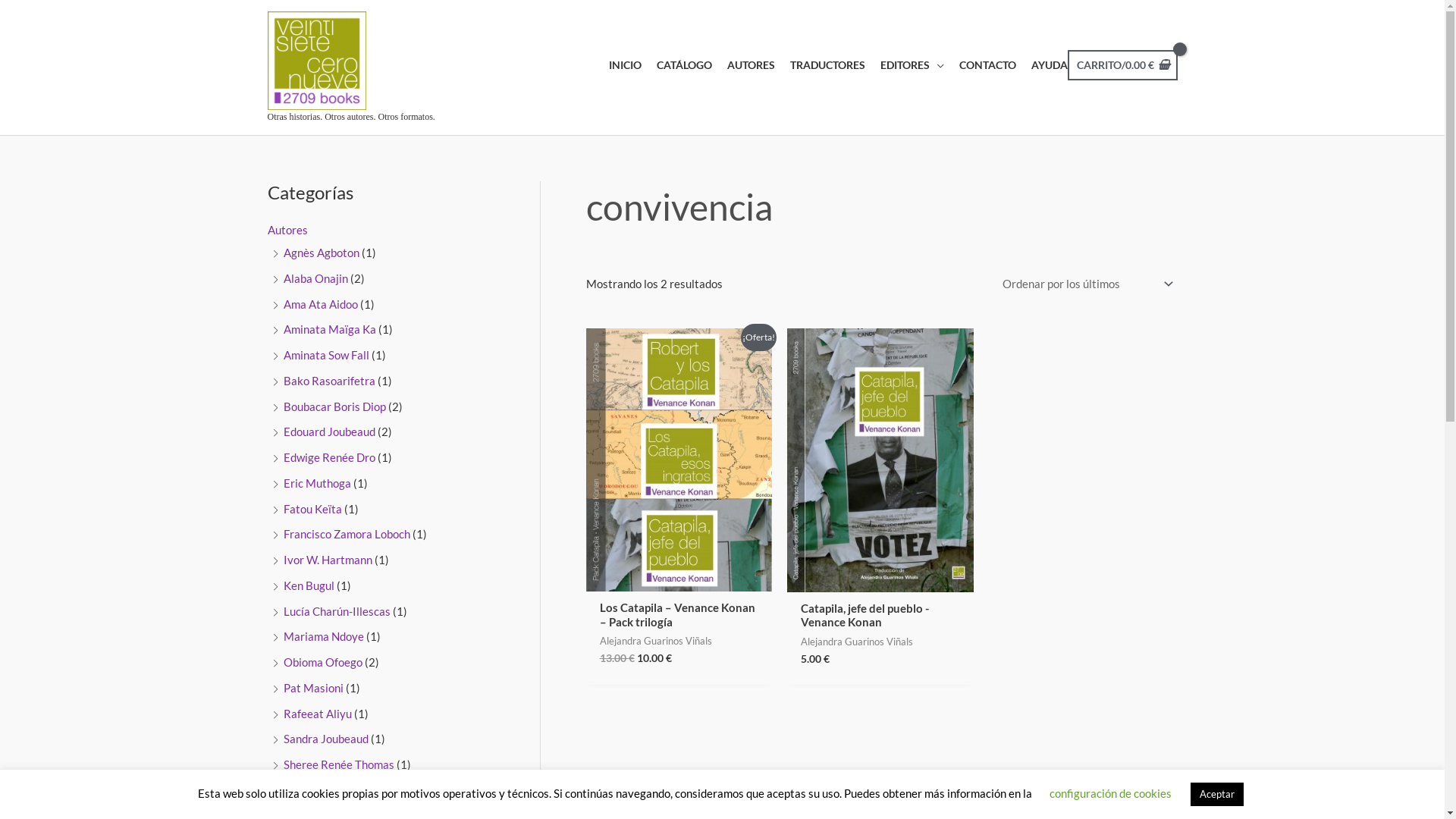 The image size is (1456, 819). Describe the element at coordinates (323, 636) in the screenshot. I see `'Mariama Ndoye'` at that location.